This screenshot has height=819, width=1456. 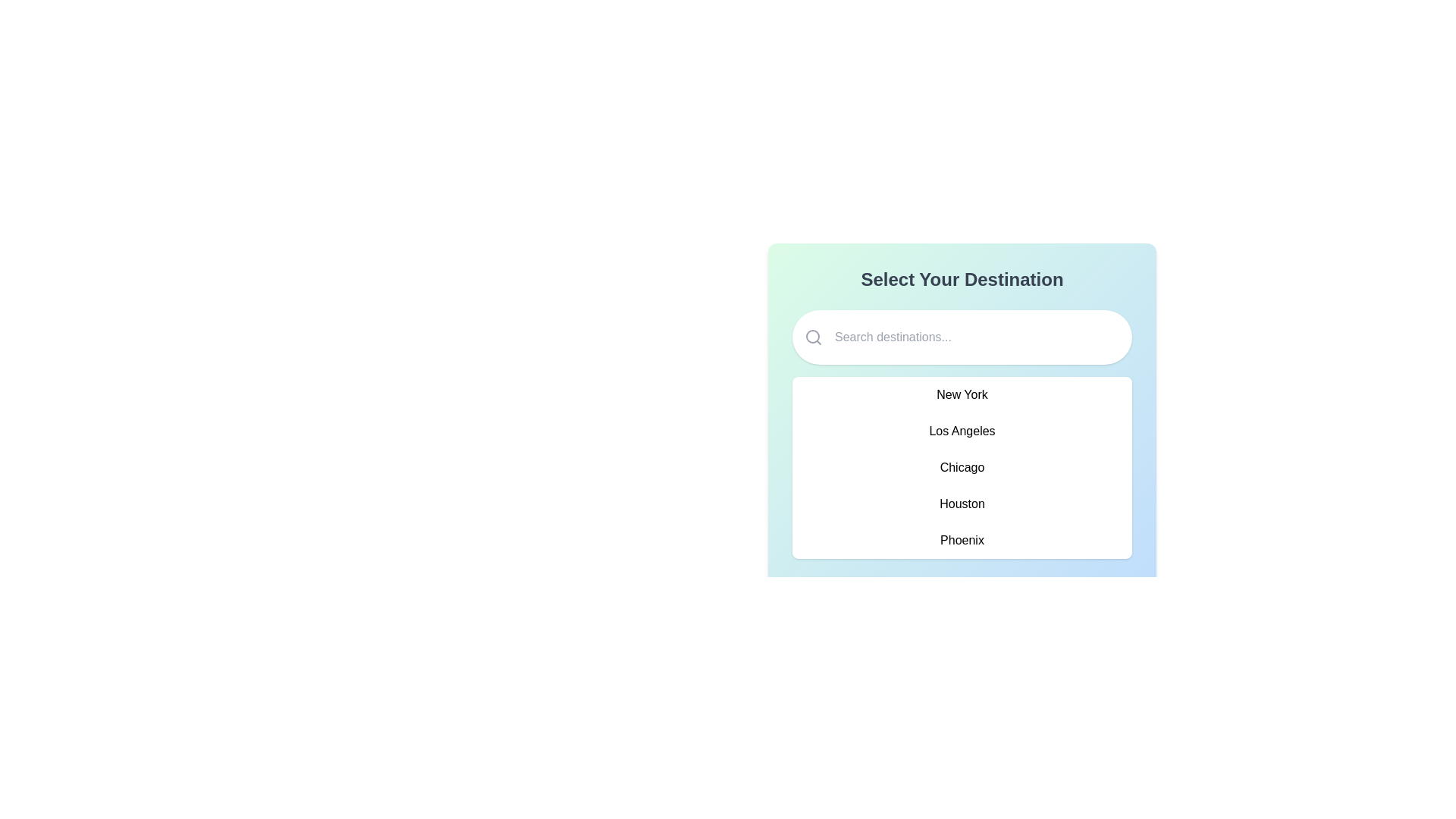 I want to click on the 'Los Angeles' option in the list of destinations, so click(x=961, y=431).